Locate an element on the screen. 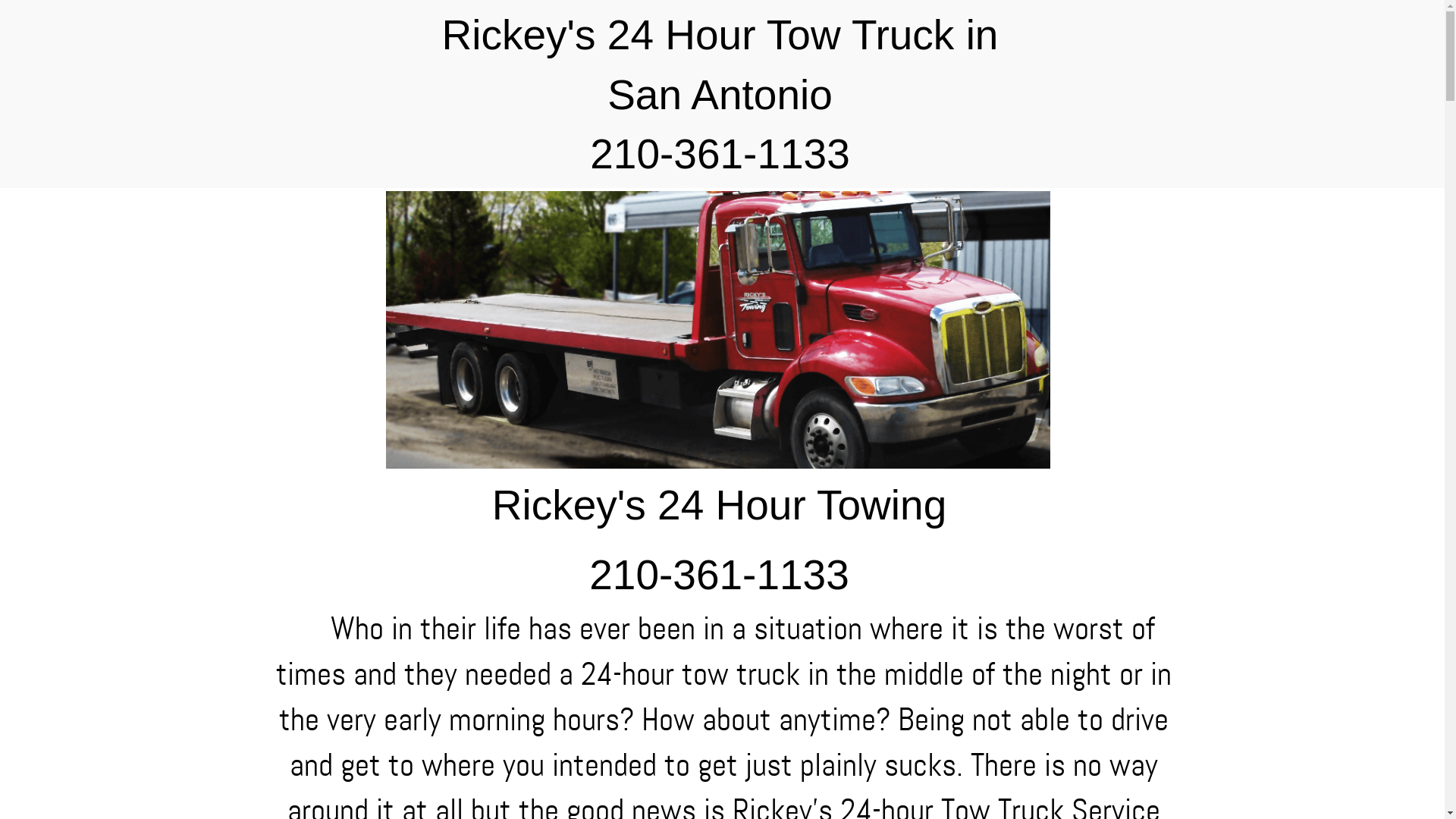 The width and height of the screenshot is (1456, 819). '210-361-1133' is located at coordinates (588, 575).